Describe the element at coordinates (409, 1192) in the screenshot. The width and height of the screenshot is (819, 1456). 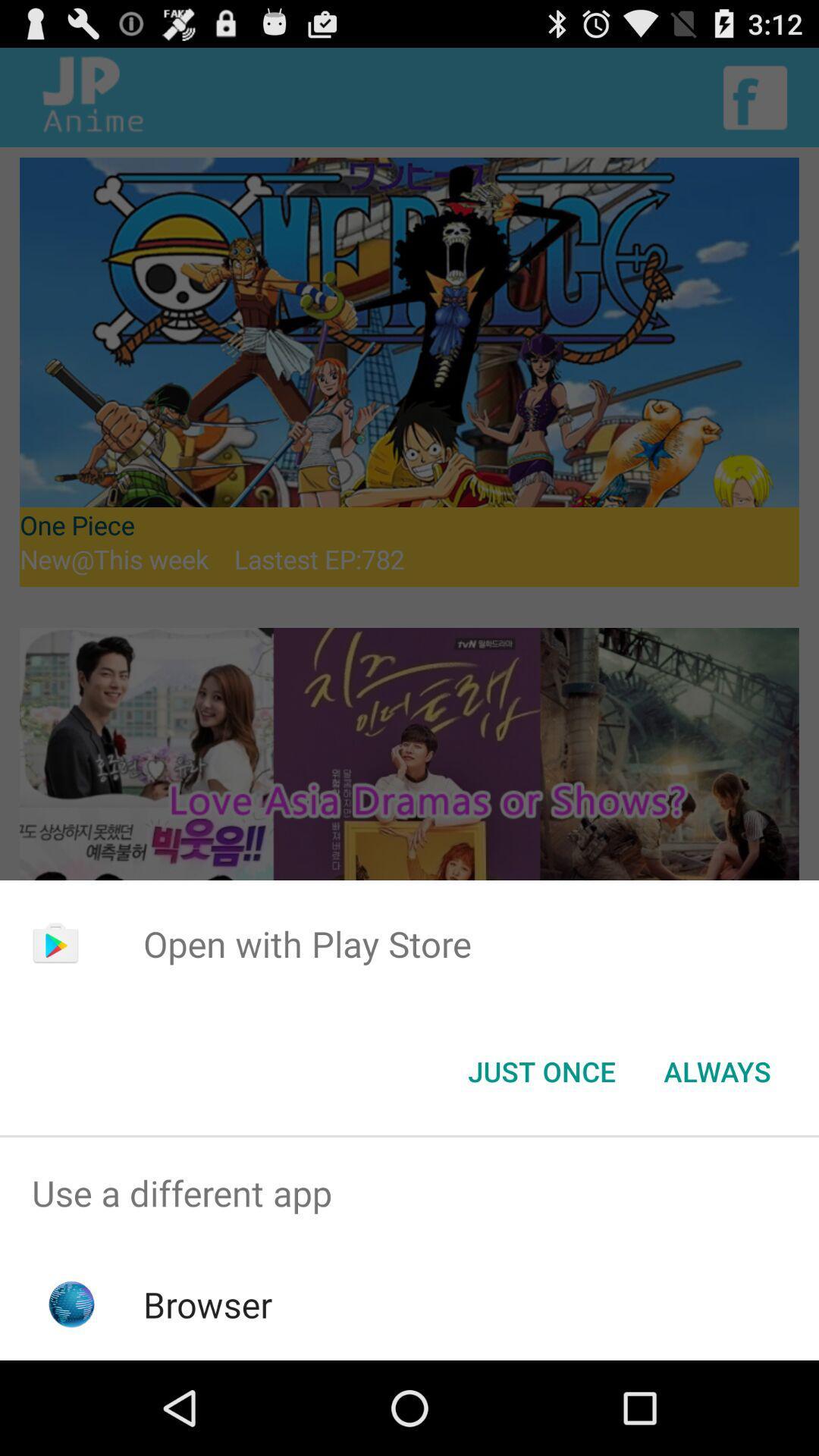
I see `item above browser app` at that location.